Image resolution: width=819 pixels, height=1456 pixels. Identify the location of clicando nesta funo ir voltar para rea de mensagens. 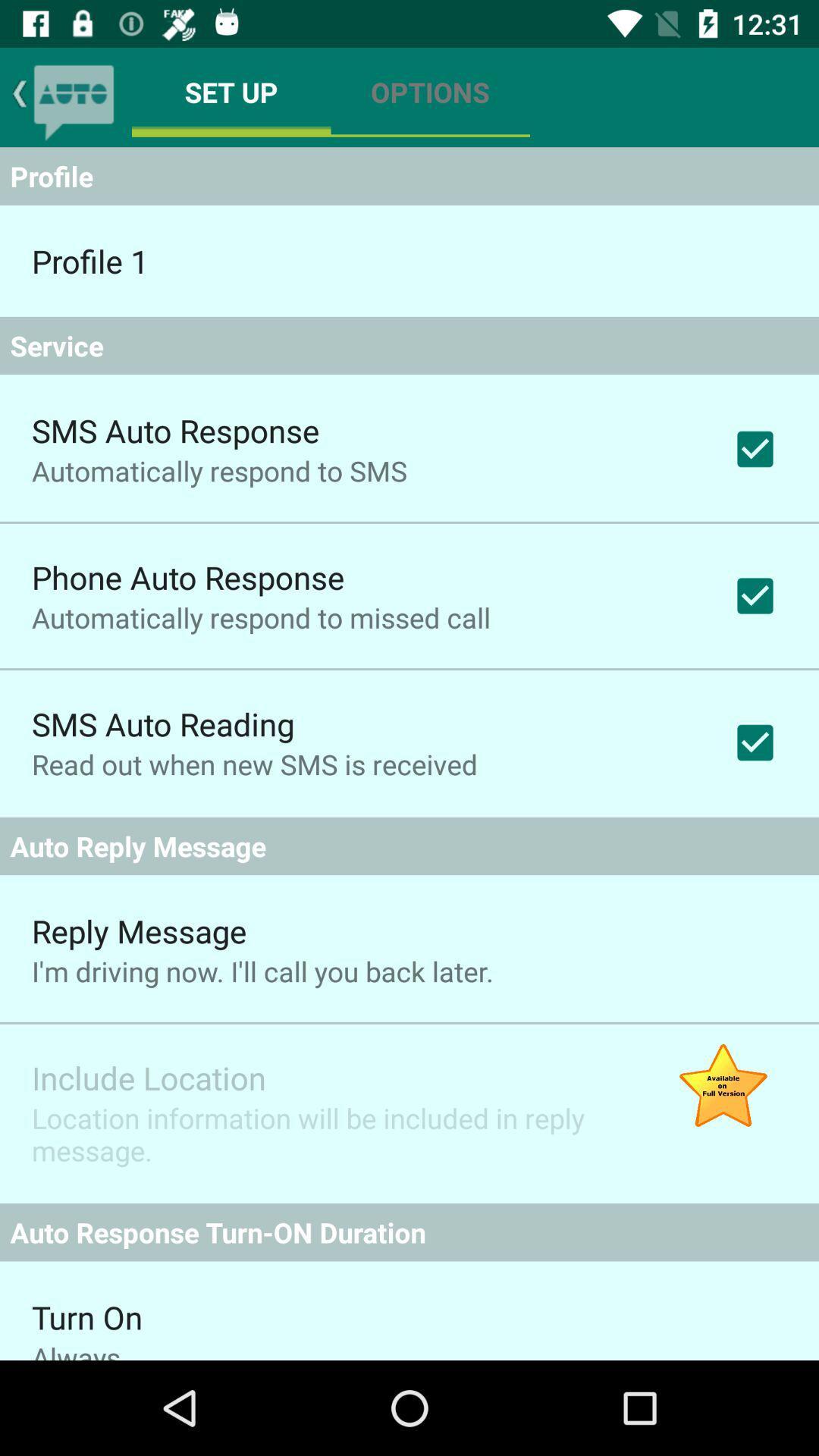
(74, 96).